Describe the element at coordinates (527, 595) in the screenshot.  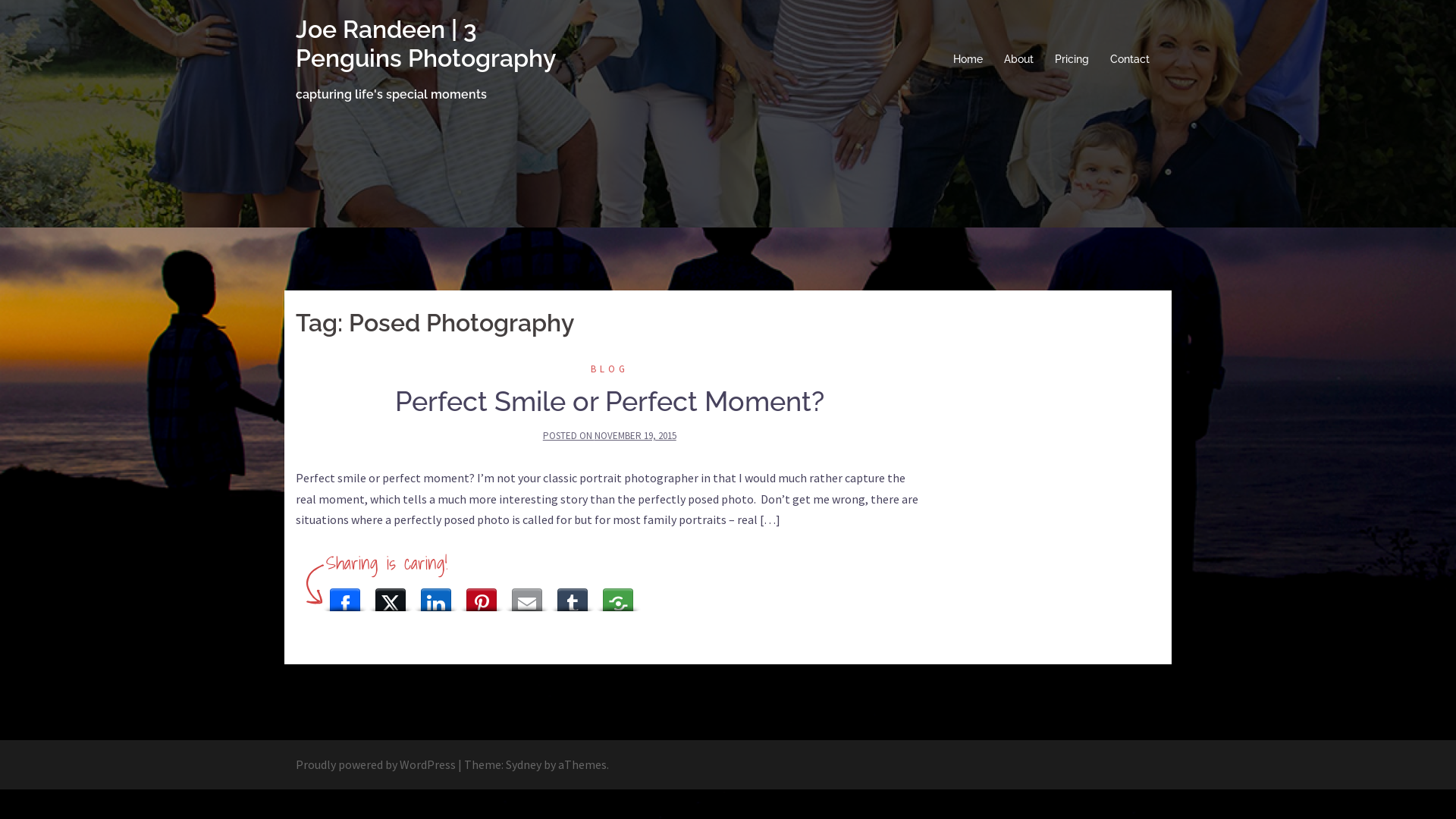
I see `'Email This'` at that location.